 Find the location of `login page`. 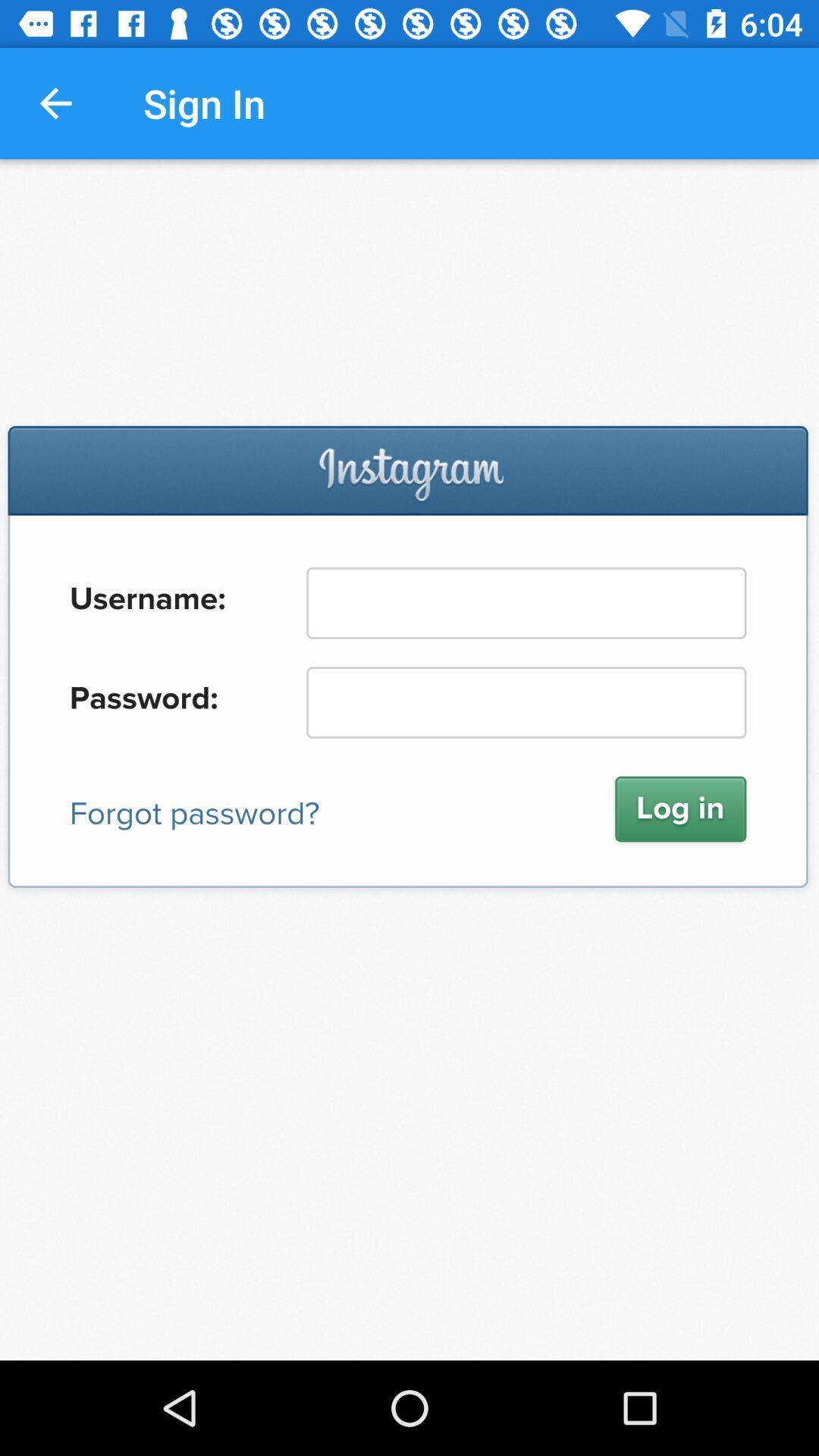

login page is located at coordinates (409, 760).